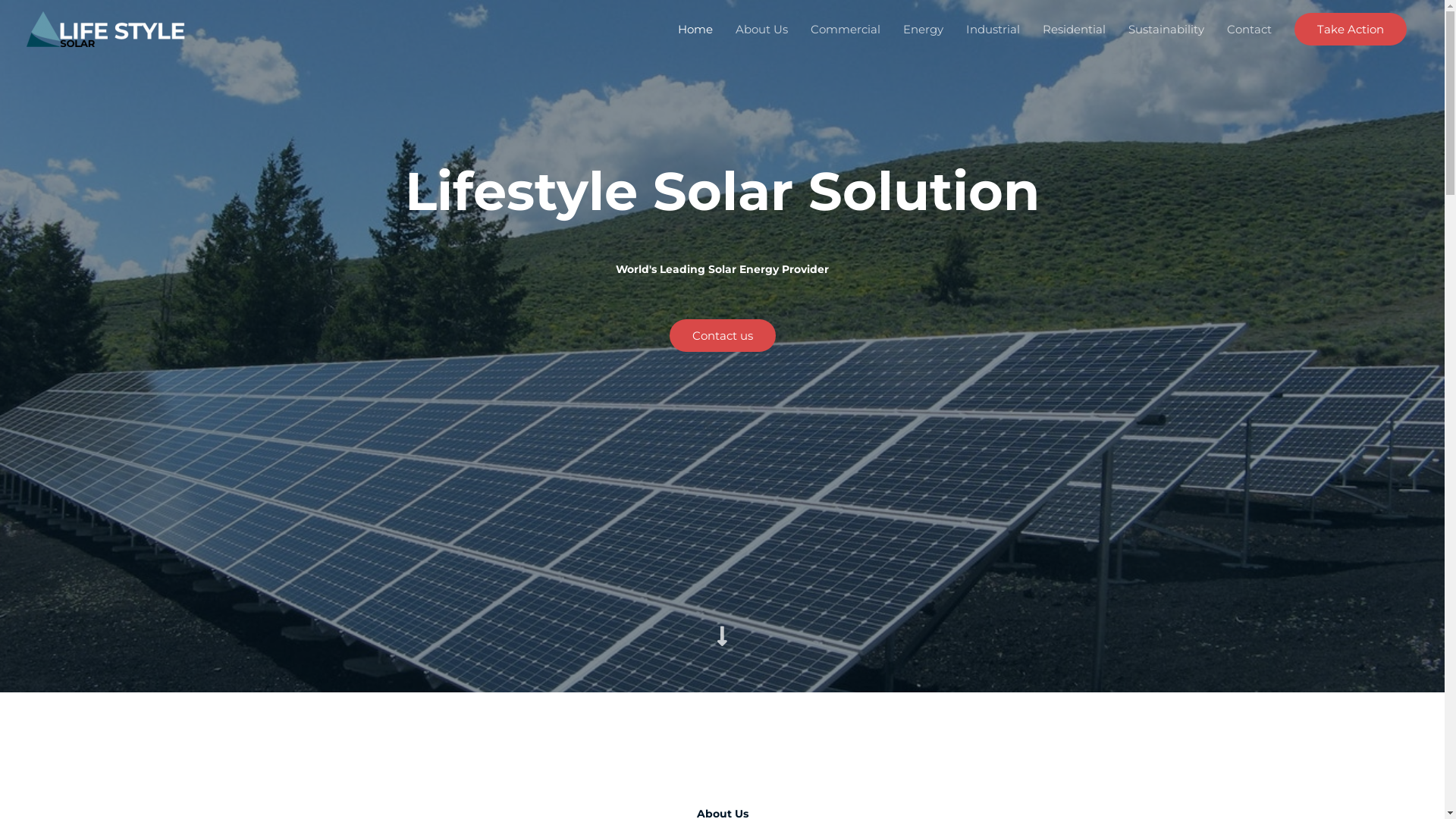 Image resolution: width=1456 pixels, height=819 pixels. Describe the element at coordinates (1350, 28) in the screenshot. I see `'Take Action'` at that location.